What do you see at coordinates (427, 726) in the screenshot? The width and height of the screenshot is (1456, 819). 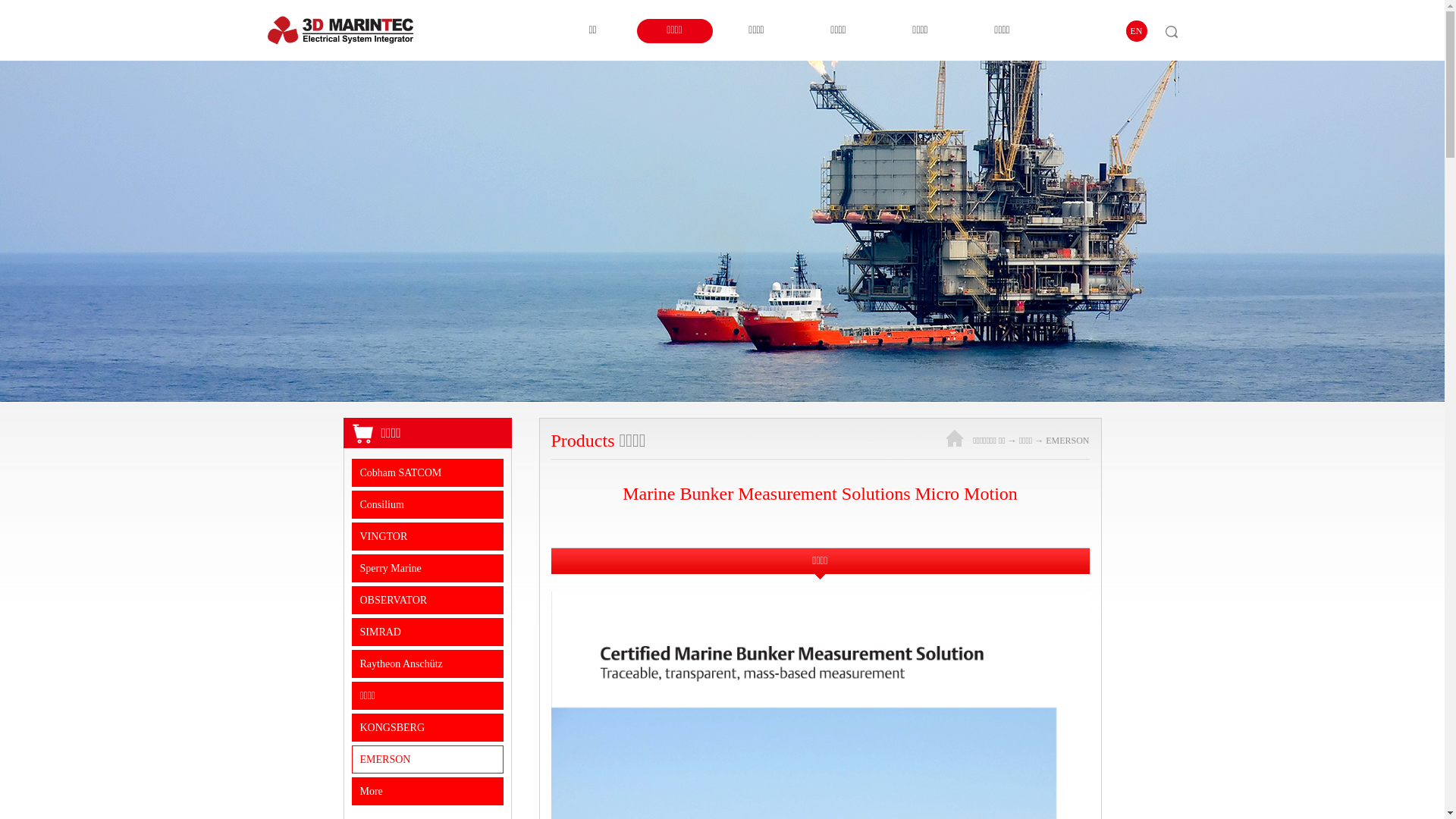 I see `'KONGSBERG'` at bounding box center [427, 726].